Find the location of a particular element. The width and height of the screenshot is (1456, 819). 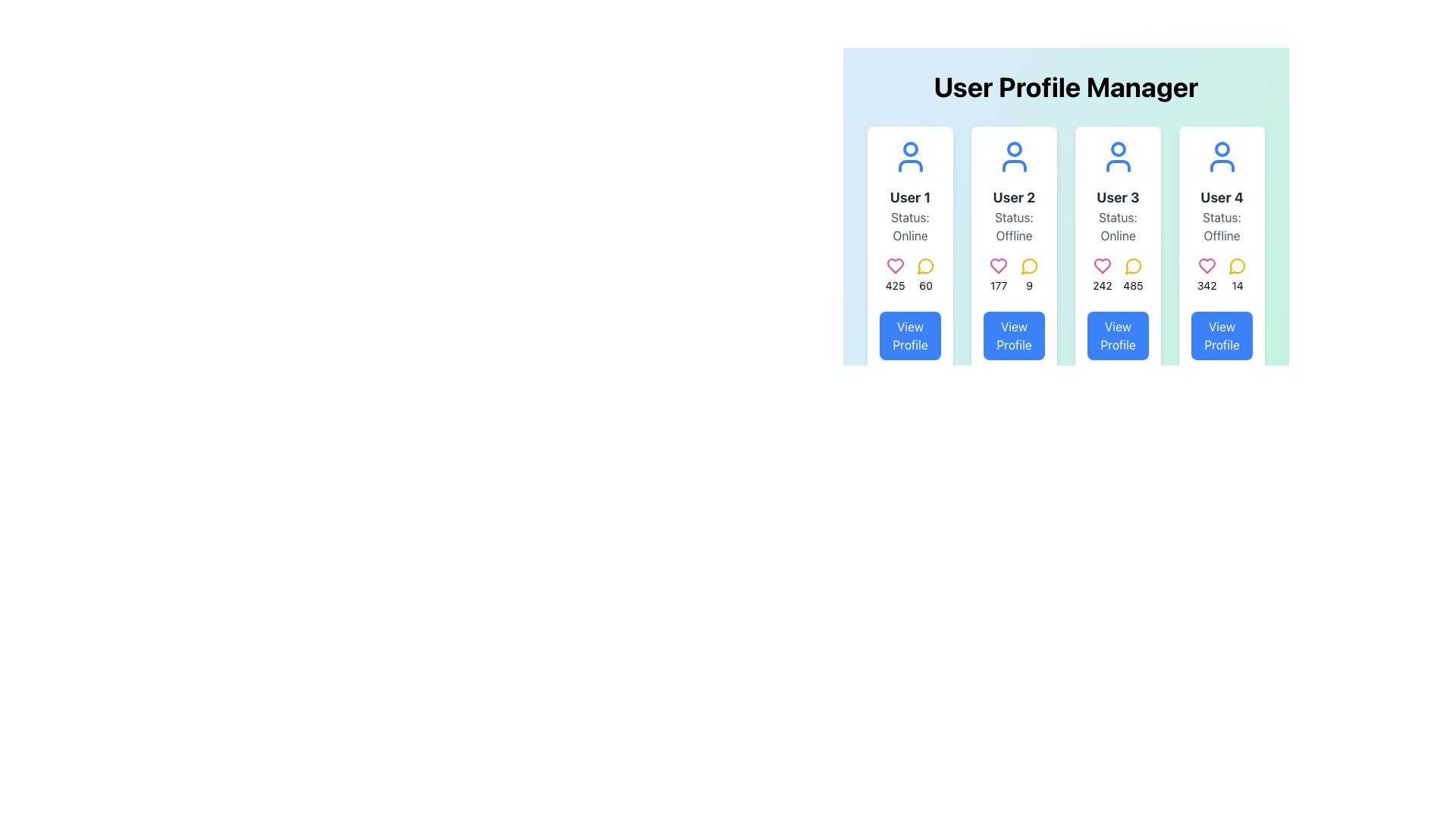

the heart icon and speech bubble icon in the Statistical Display Component of the User 2 card is located at coordinates (1014, 275).